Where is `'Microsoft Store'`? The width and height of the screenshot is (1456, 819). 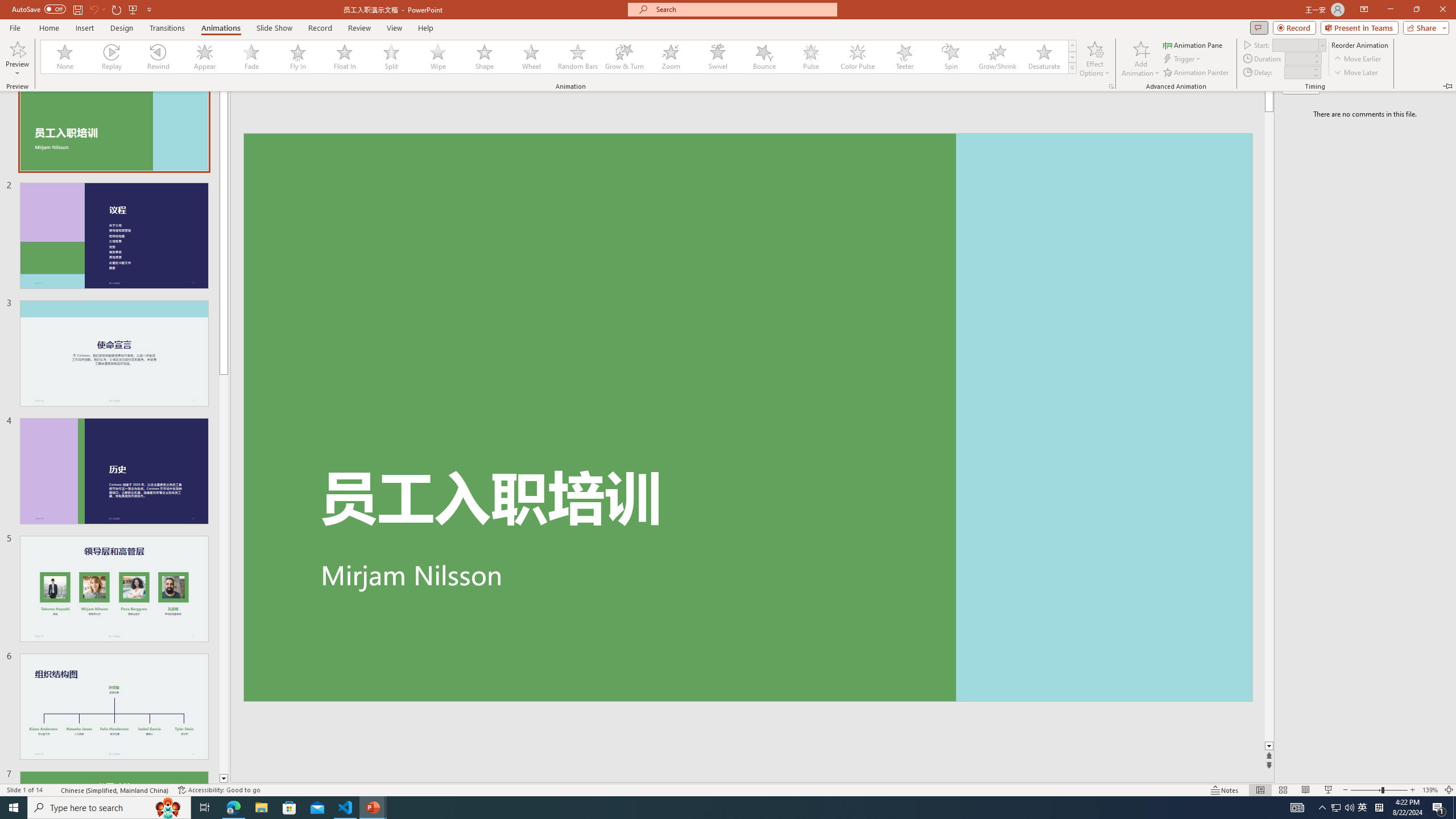 'Microsoft Store' is located at coordinates (289, 806).